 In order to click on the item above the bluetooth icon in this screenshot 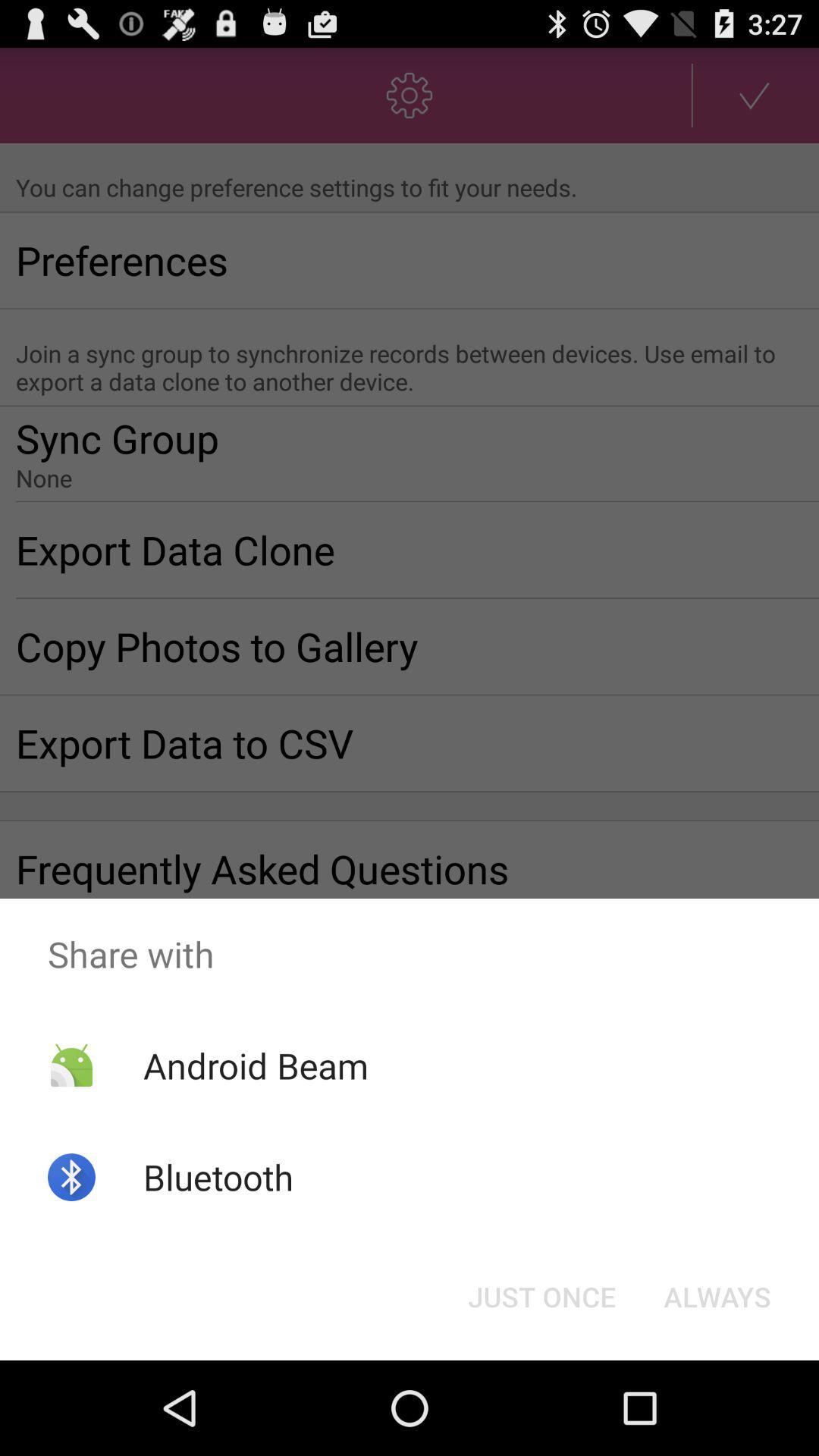, I will do `click(255, 1065)`.